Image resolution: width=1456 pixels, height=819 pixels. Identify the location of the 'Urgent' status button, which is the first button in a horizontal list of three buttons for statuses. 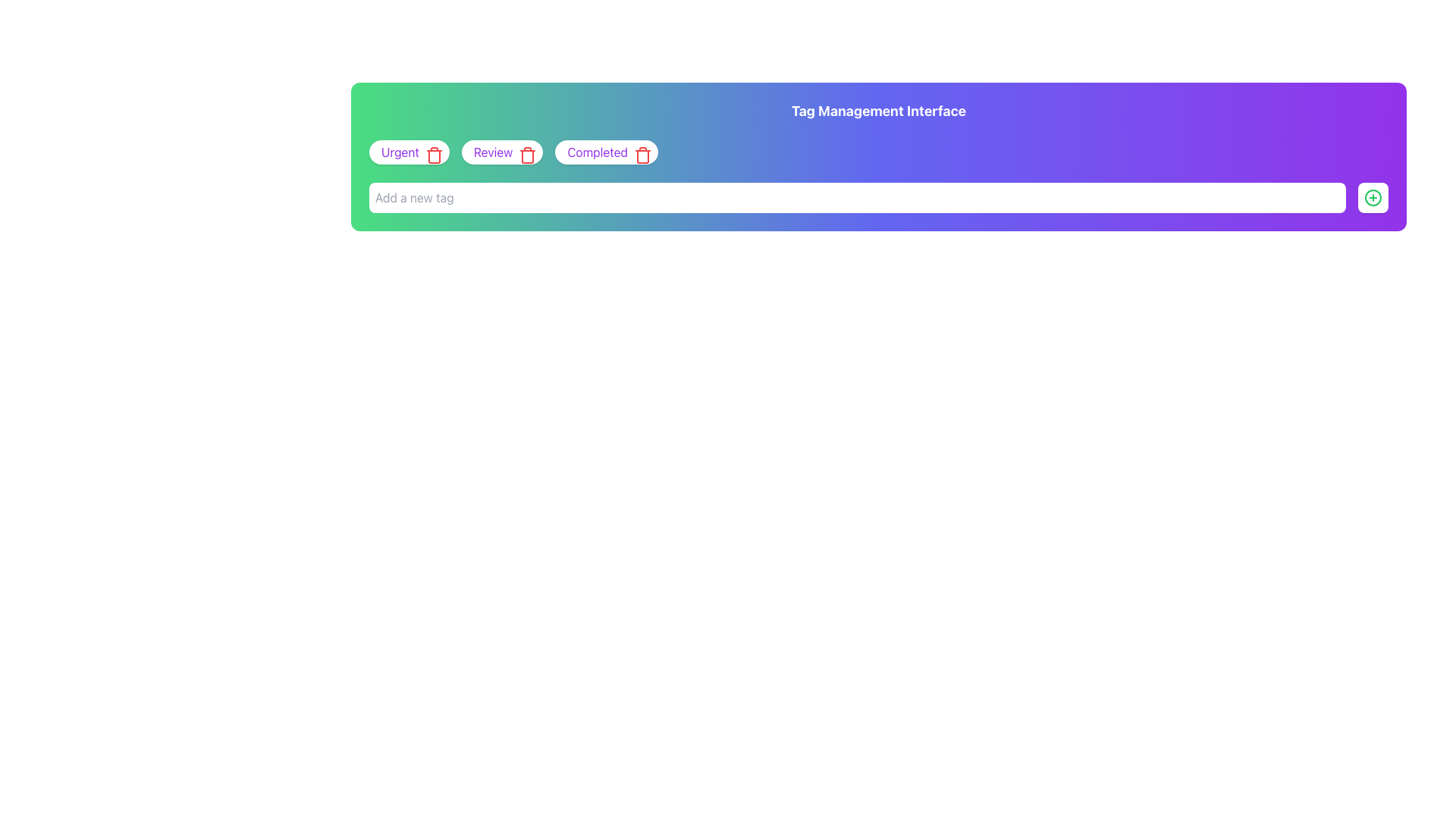
(409, 152).